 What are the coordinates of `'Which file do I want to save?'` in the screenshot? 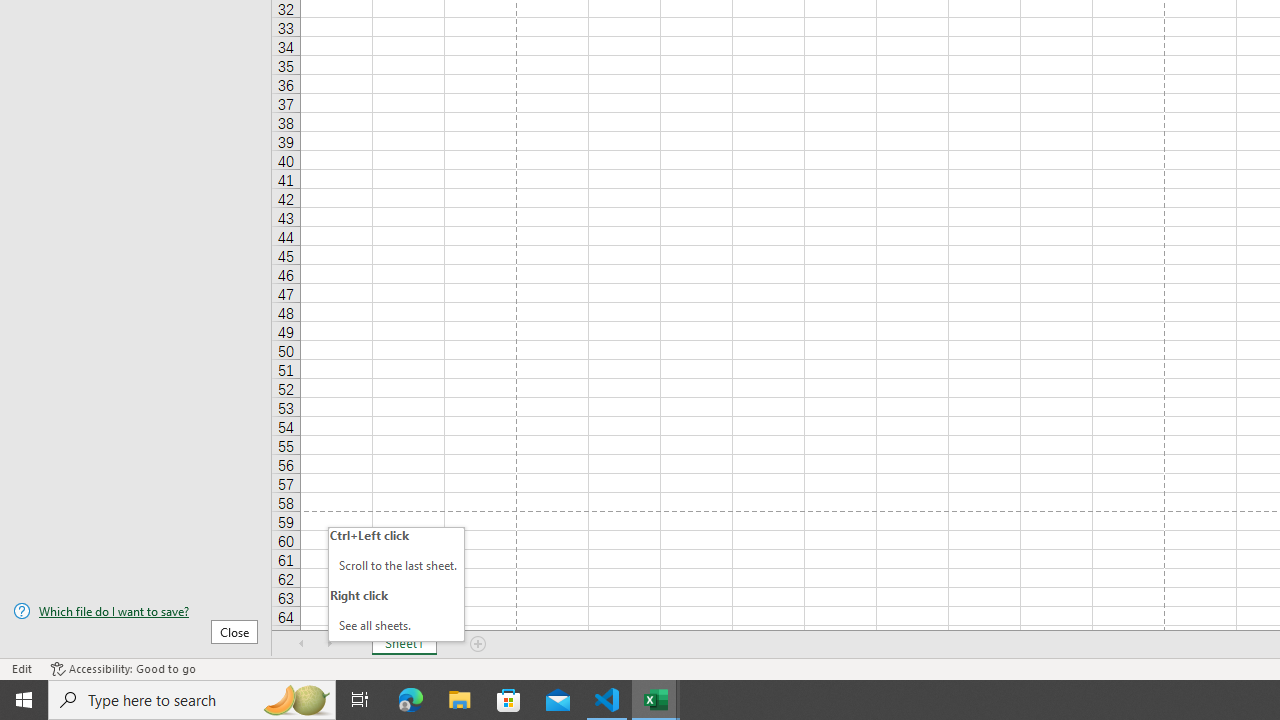 It's located at (135, 610).